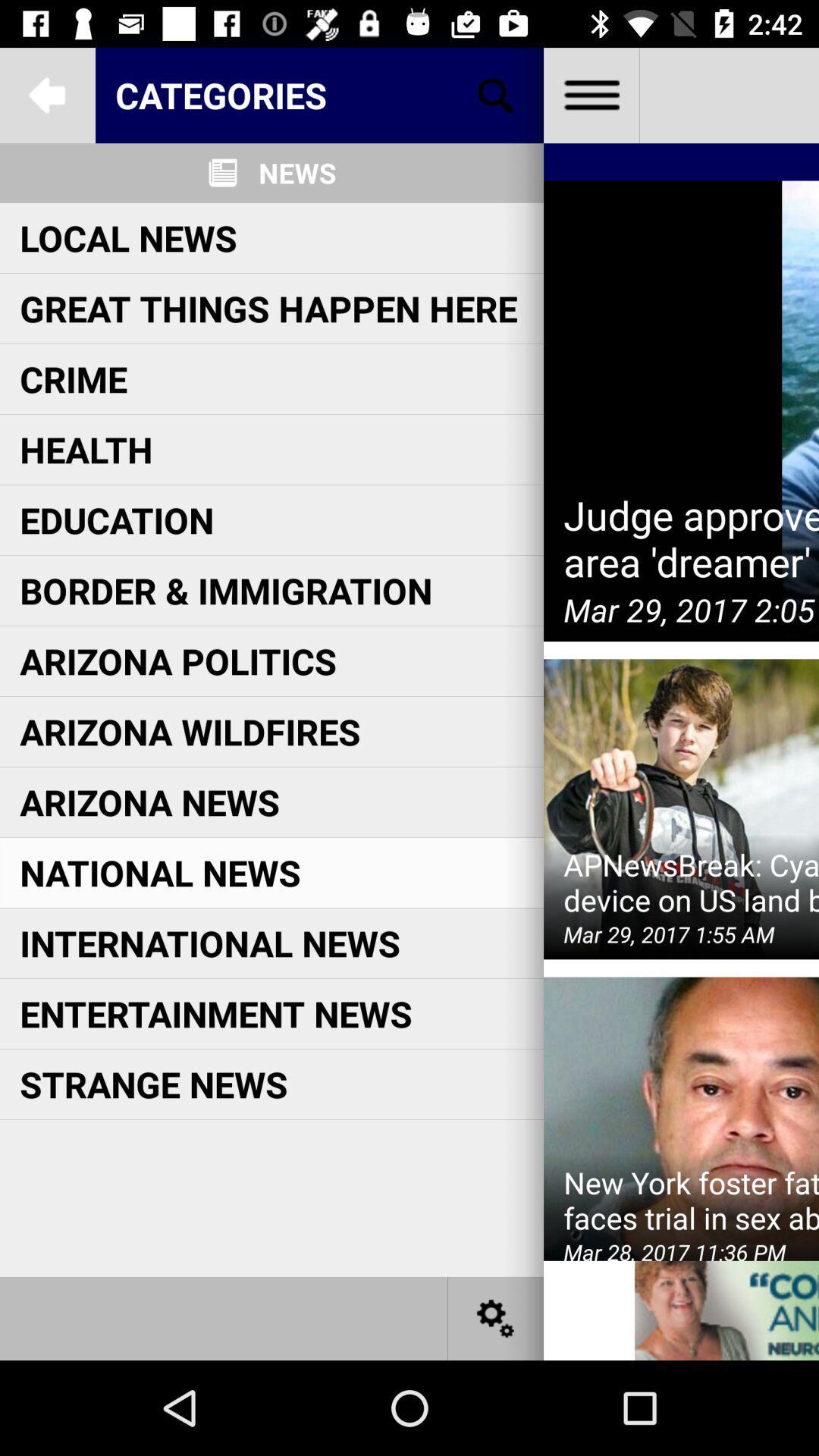  What do you see at coordinates (46, 94) in the screenshot?
I see `the arrow_backward icon` at bounding box center [46, 94].